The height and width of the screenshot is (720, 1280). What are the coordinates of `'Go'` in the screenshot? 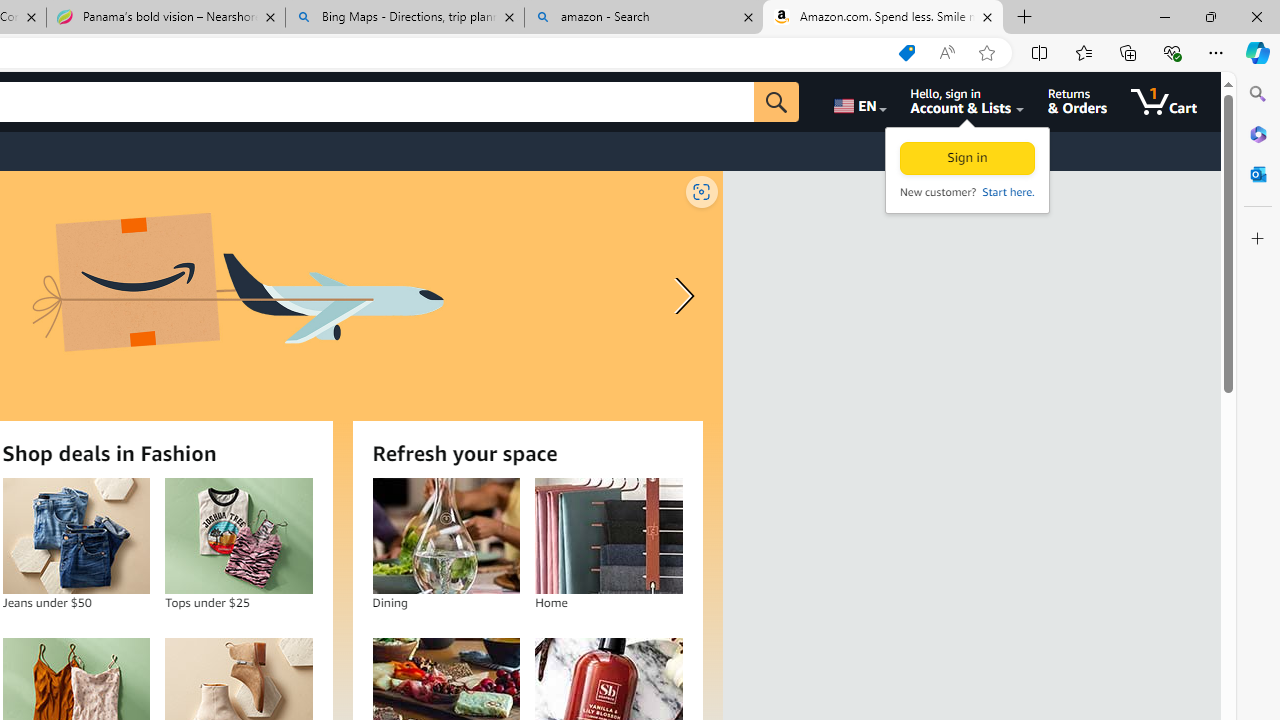 It's located at (775, 101).